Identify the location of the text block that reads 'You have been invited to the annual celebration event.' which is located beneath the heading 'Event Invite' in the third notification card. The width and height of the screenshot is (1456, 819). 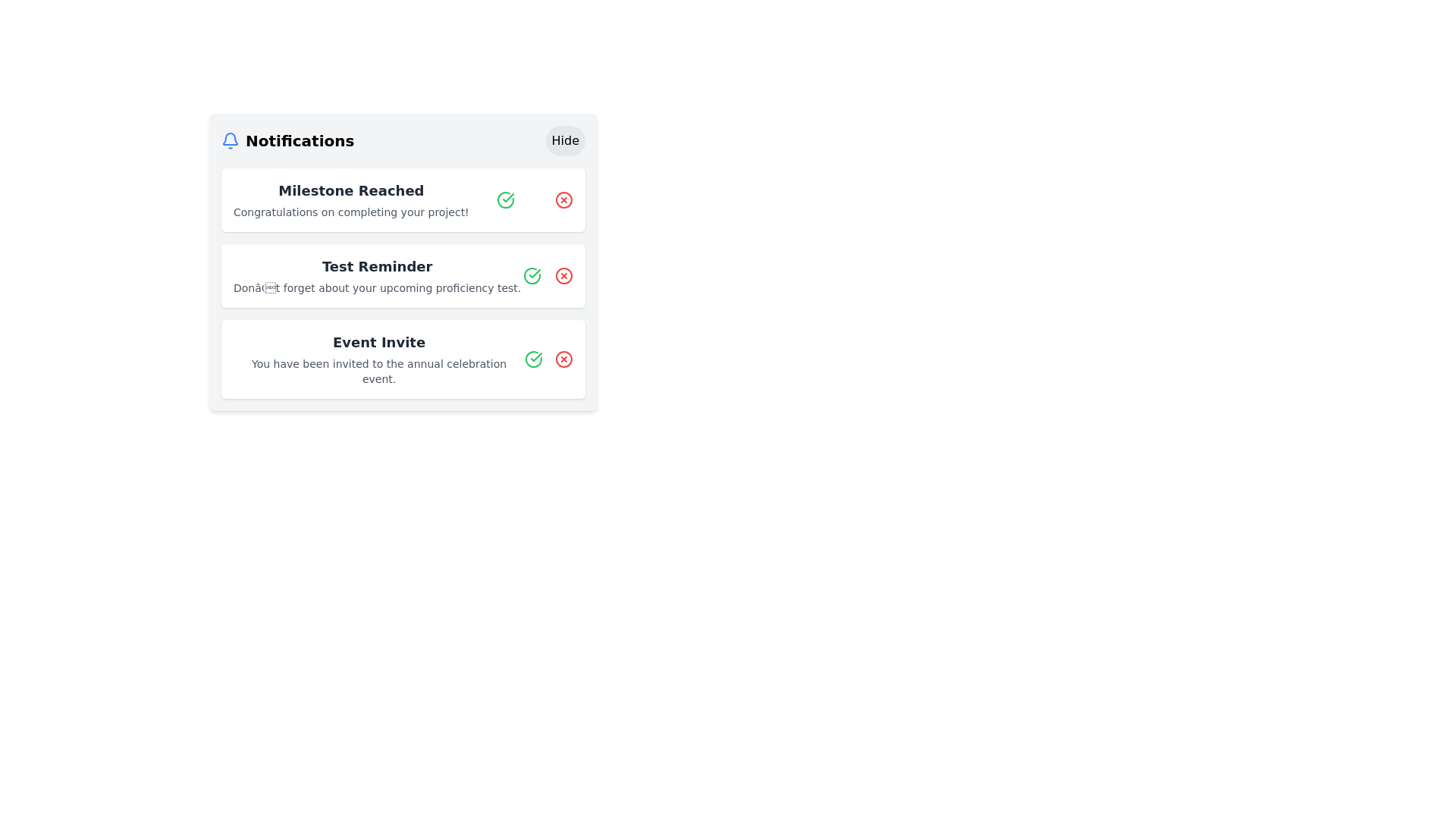
(378, 371).